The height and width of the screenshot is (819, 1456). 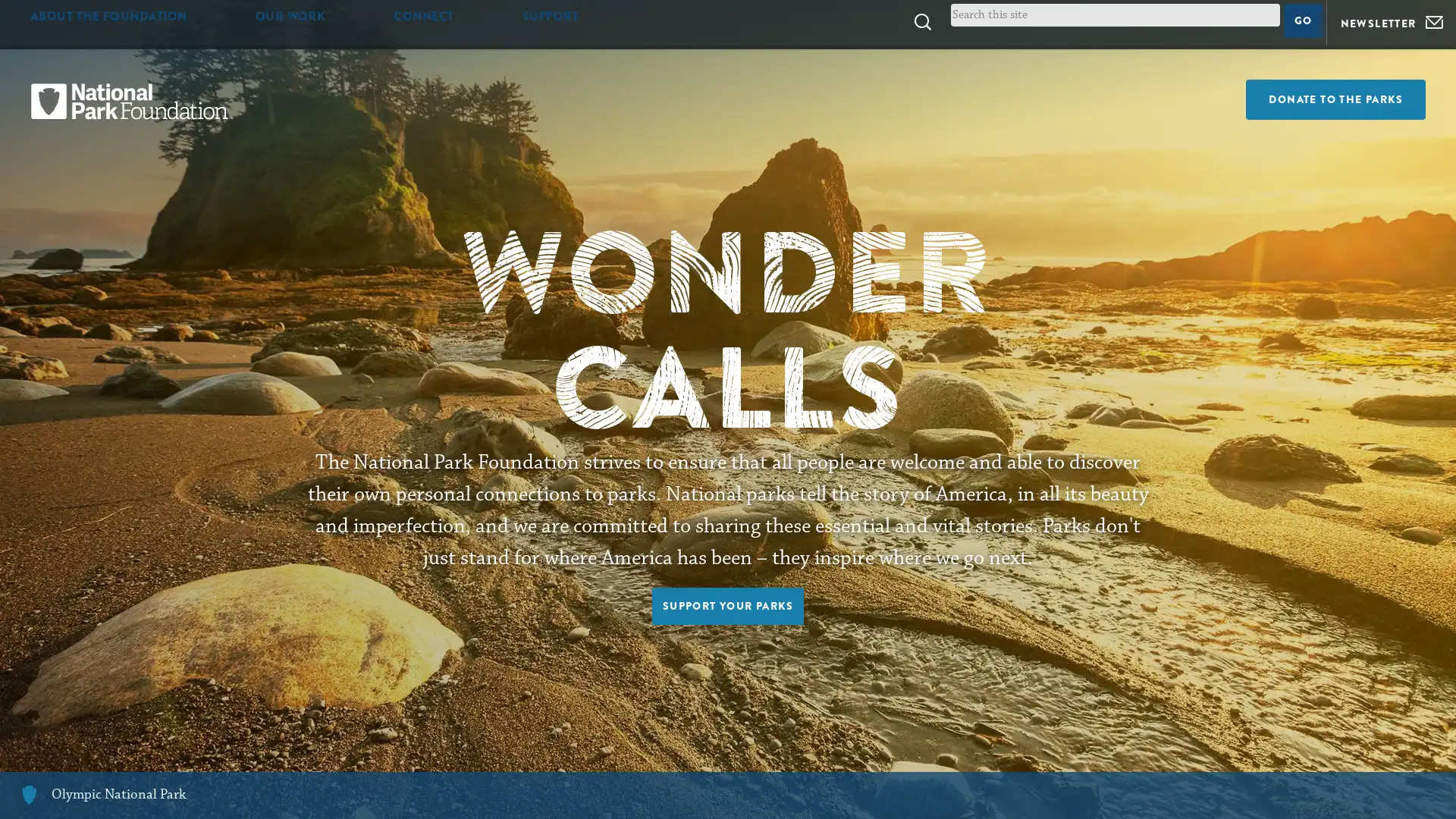 I want to click on SUBMIT, so click(x=1295, y=449).